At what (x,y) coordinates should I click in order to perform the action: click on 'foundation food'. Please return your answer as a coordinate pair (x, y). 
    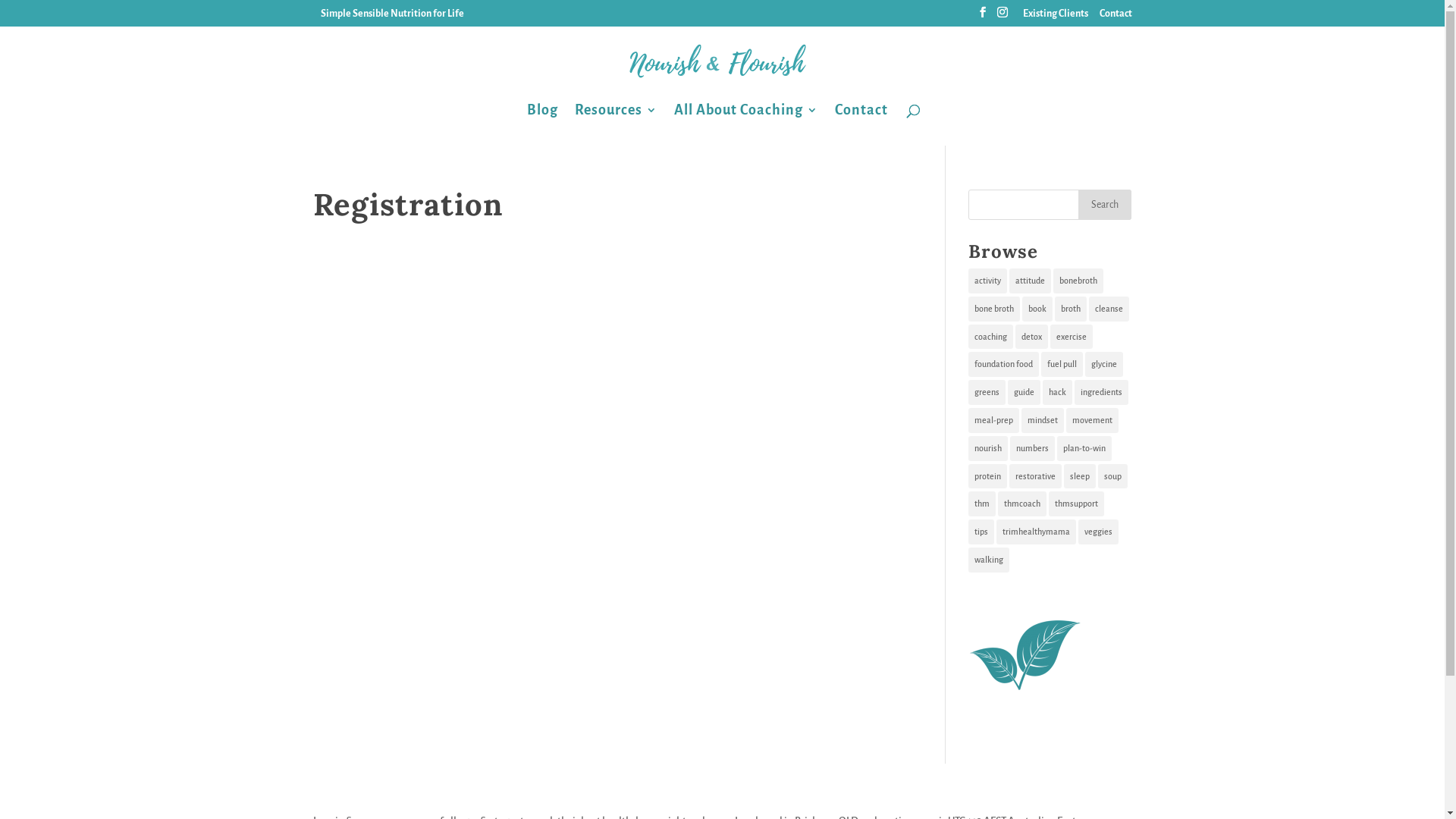
    Looking at the image, I should click on (1003, 364).